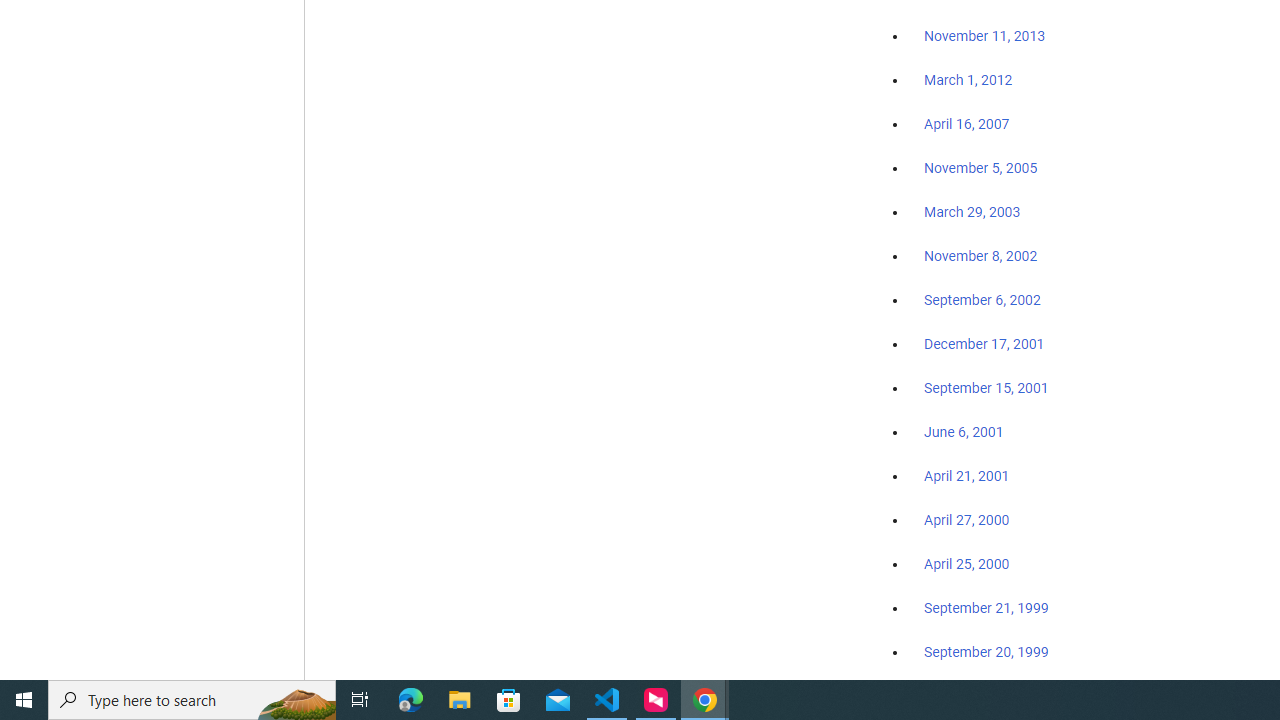 This screenshot has width=1280, height=720. What do you see at coordinates (984, 342) in the screenshot?
I see `'December 17, 2001'` at bounding box center [984, 342].